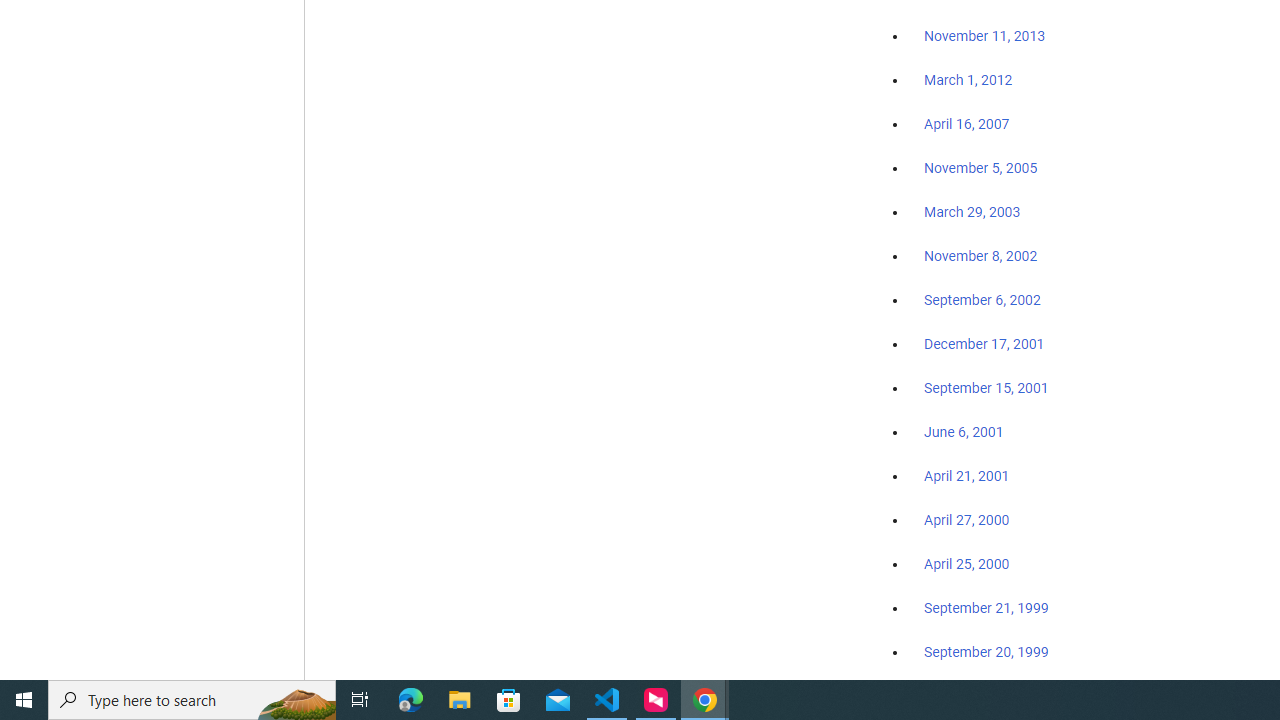 This screenshot has width=1280, height=720. What do you see at coordinates (984, 342) in the screenshot?
I see `'December 17, 2001'` at bounding box center [984, 342].